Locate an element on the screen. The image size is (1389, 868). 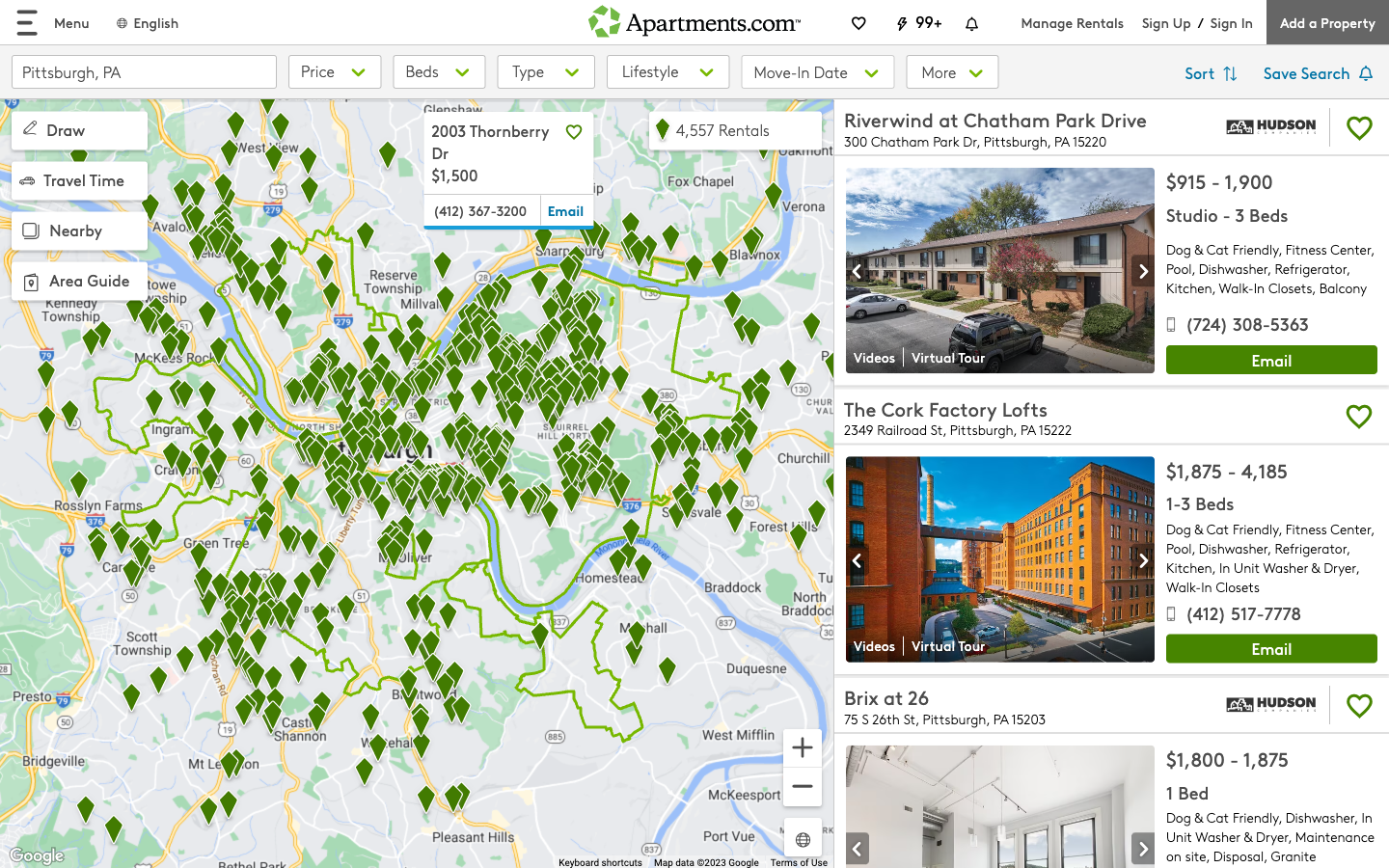
alter language to English is located at coordinates (146, 21).